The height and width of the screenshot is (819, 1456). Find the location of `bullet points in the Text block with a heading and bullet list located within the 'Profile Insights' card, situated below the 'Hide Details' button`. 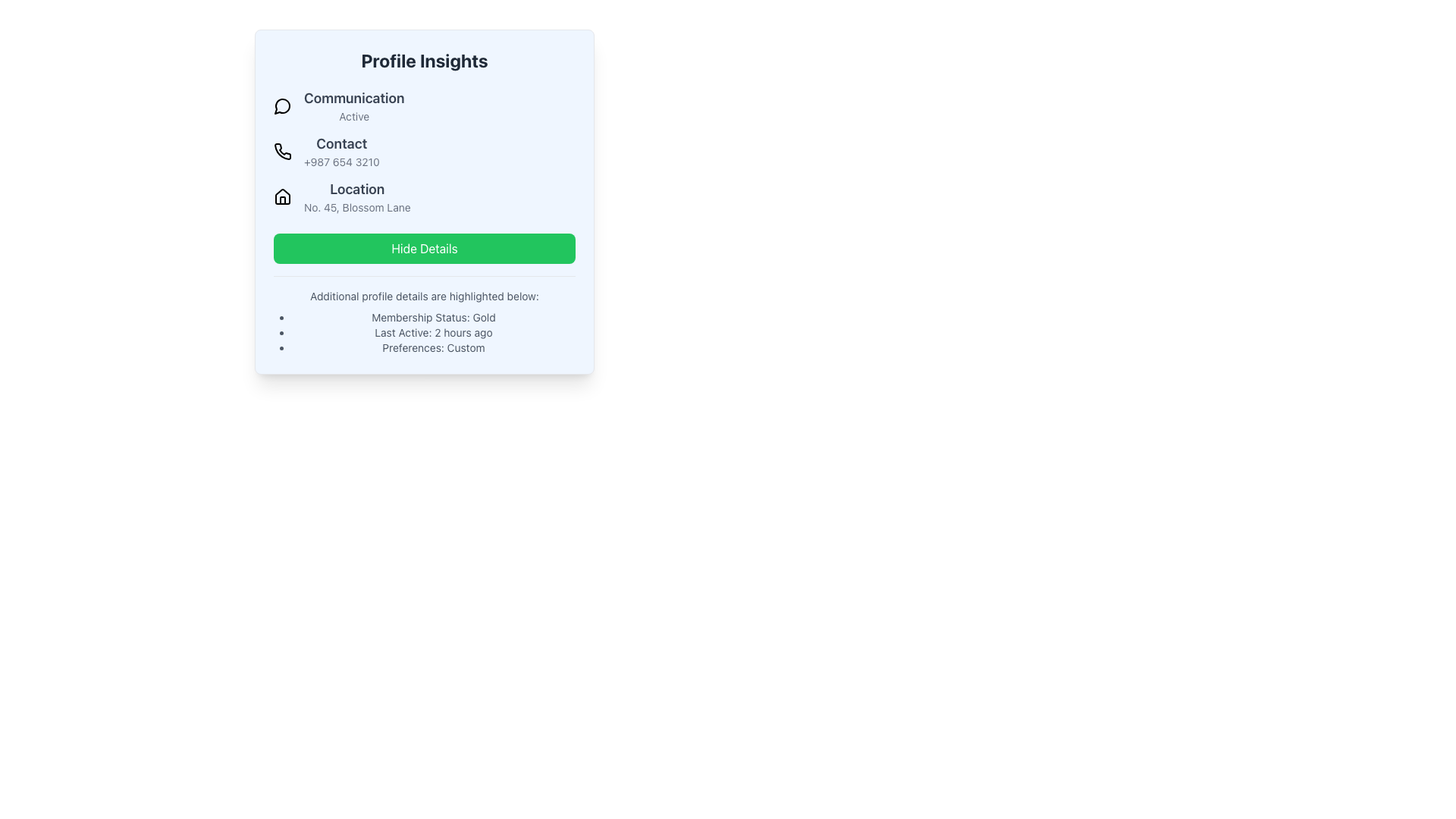

bullet points in the Text block with a heading and bullet list located within the 'Profile Insights' card, situated below the 'Hide Details' button is located at coordinates (425, 315).